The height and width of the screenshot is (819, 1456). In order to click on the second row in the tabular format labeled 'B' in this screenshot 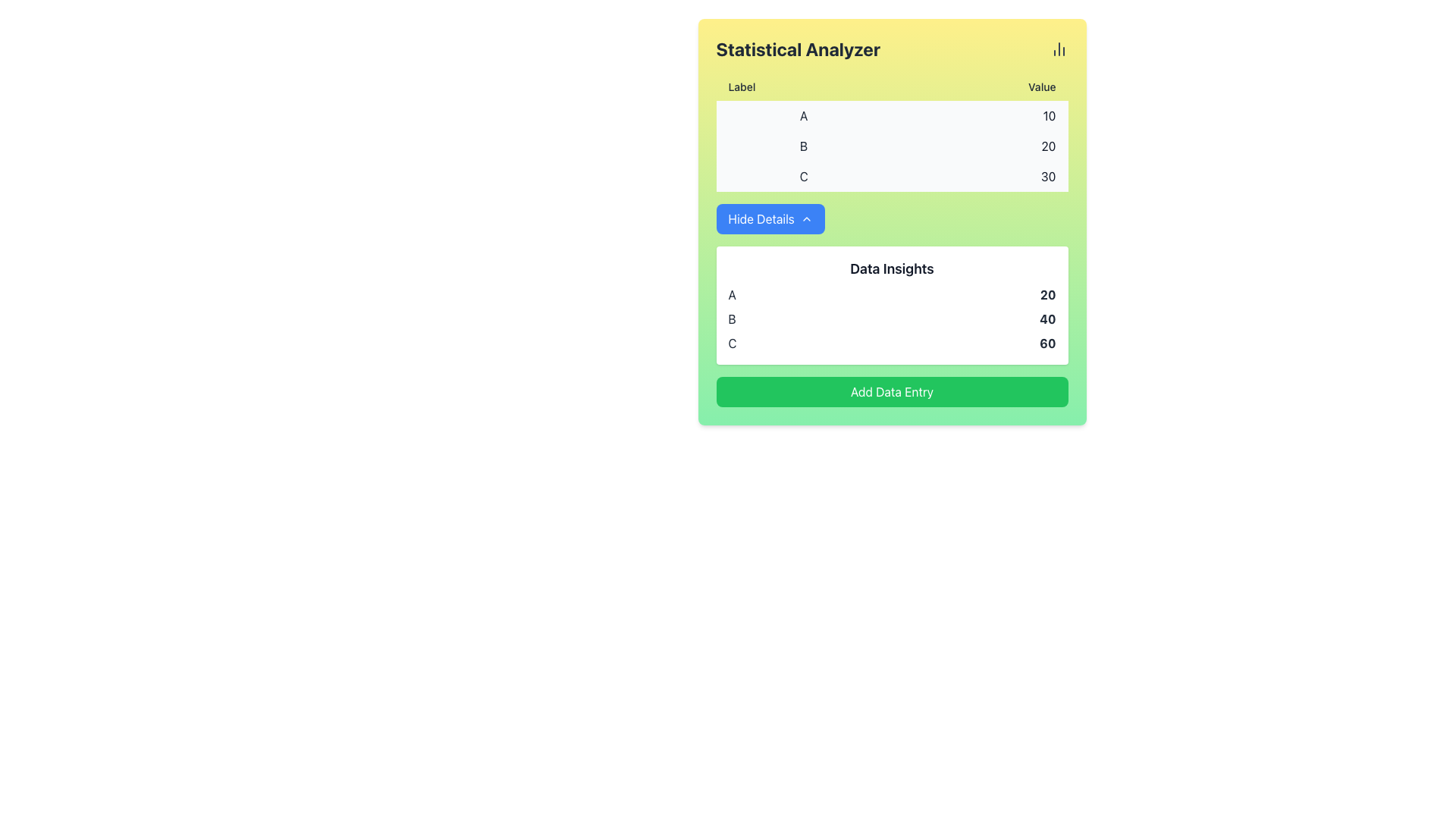, I will do `click(892, 146)`.